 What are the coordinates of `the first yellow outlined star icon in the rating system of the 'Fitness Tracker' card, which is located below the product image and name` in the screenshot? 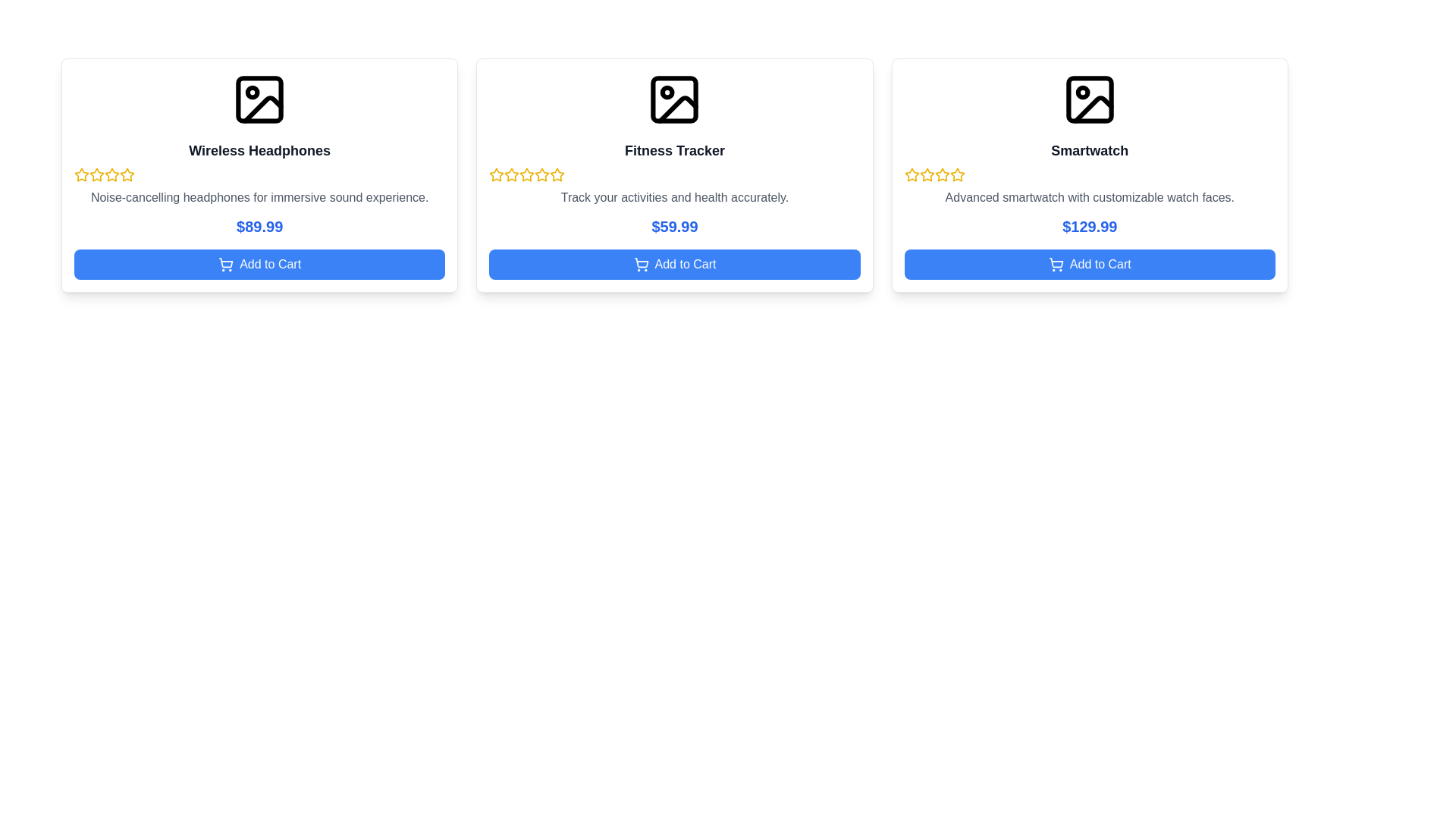 It's located at (497, 174).